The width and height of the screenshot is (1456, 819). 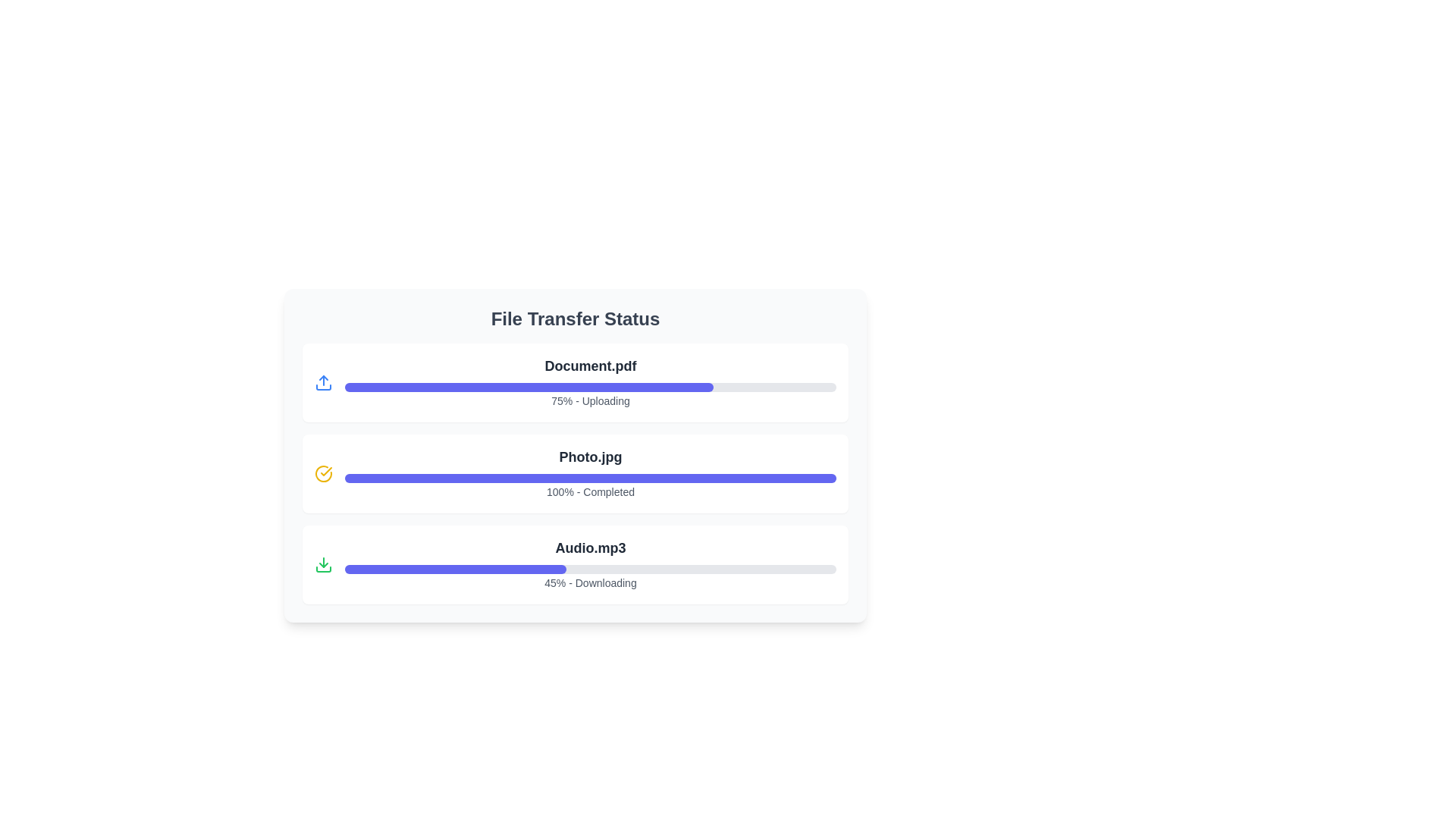 I want to click on the progress bar indicating 75% completion, located within the 'Document.pdf' row, so click(x=529, y=386).